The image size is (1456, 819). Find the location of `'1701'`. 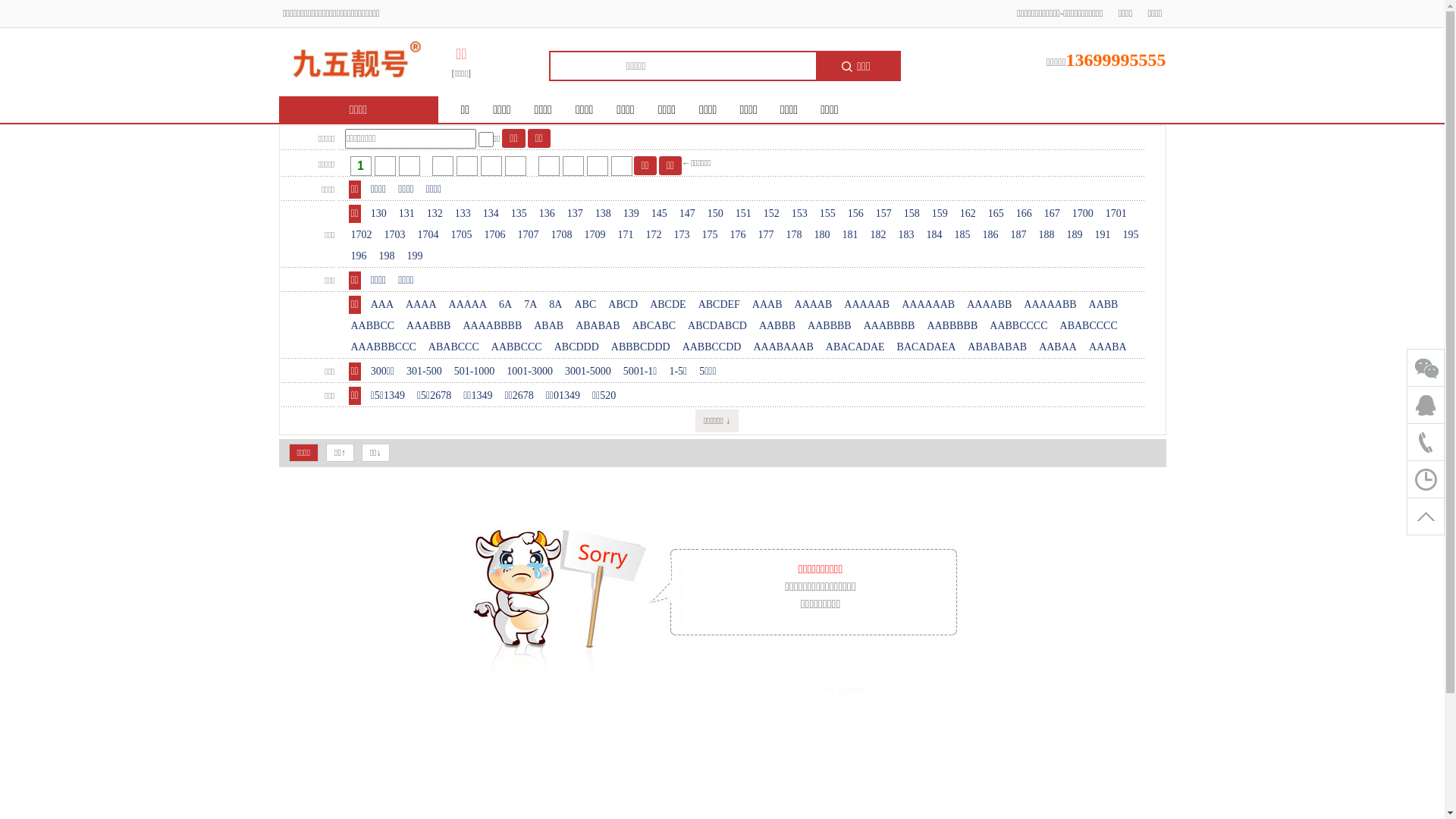

'1701' is located at coordinates (1116, 213).